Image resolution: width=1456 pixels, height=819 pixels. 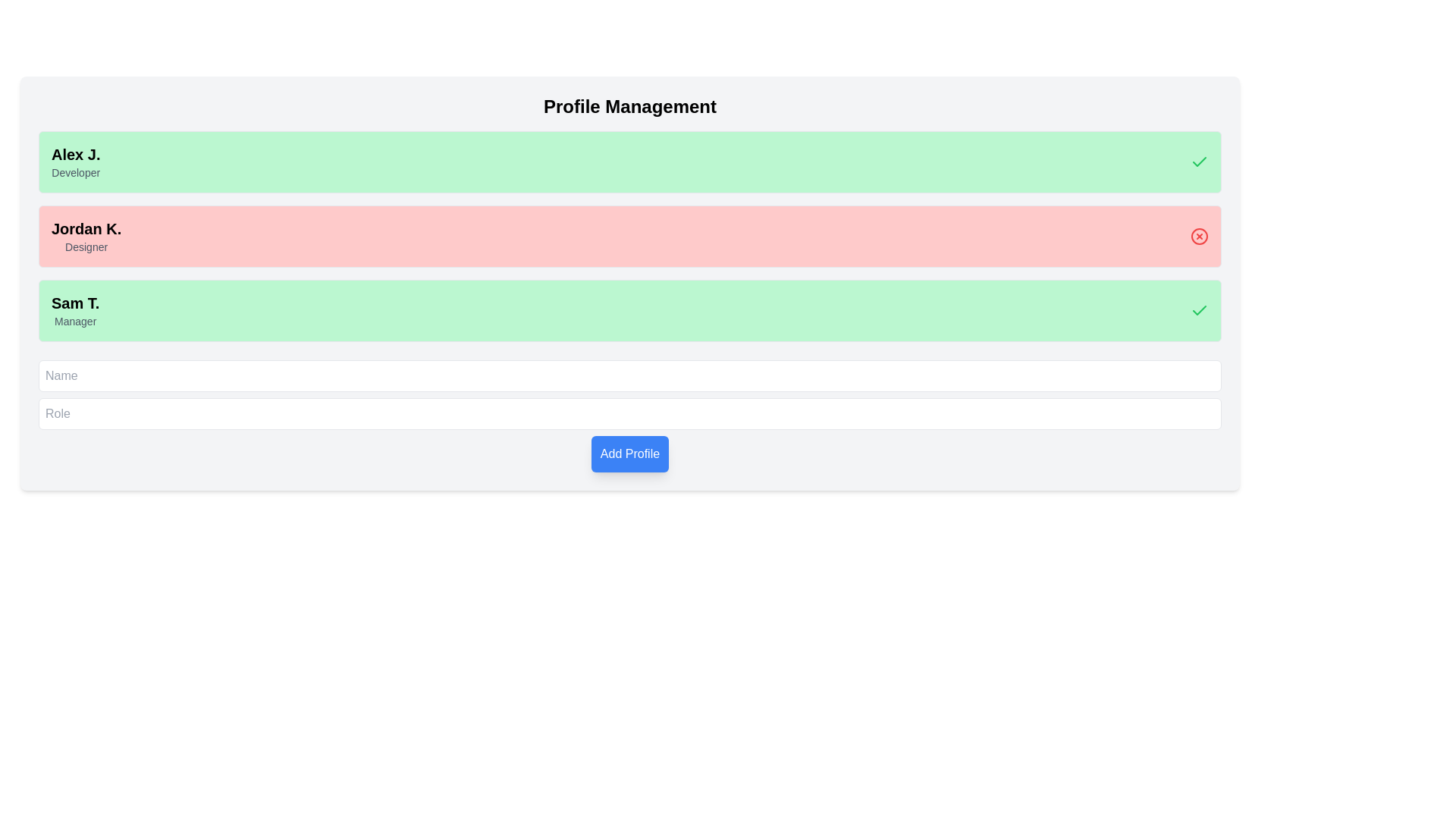 I want to click on the text label displaying 'Sam T.' in a bold font, which is positioned at the bottom of a green-highlighted card, indicating a significant name or title, so click(x=74, y=303).